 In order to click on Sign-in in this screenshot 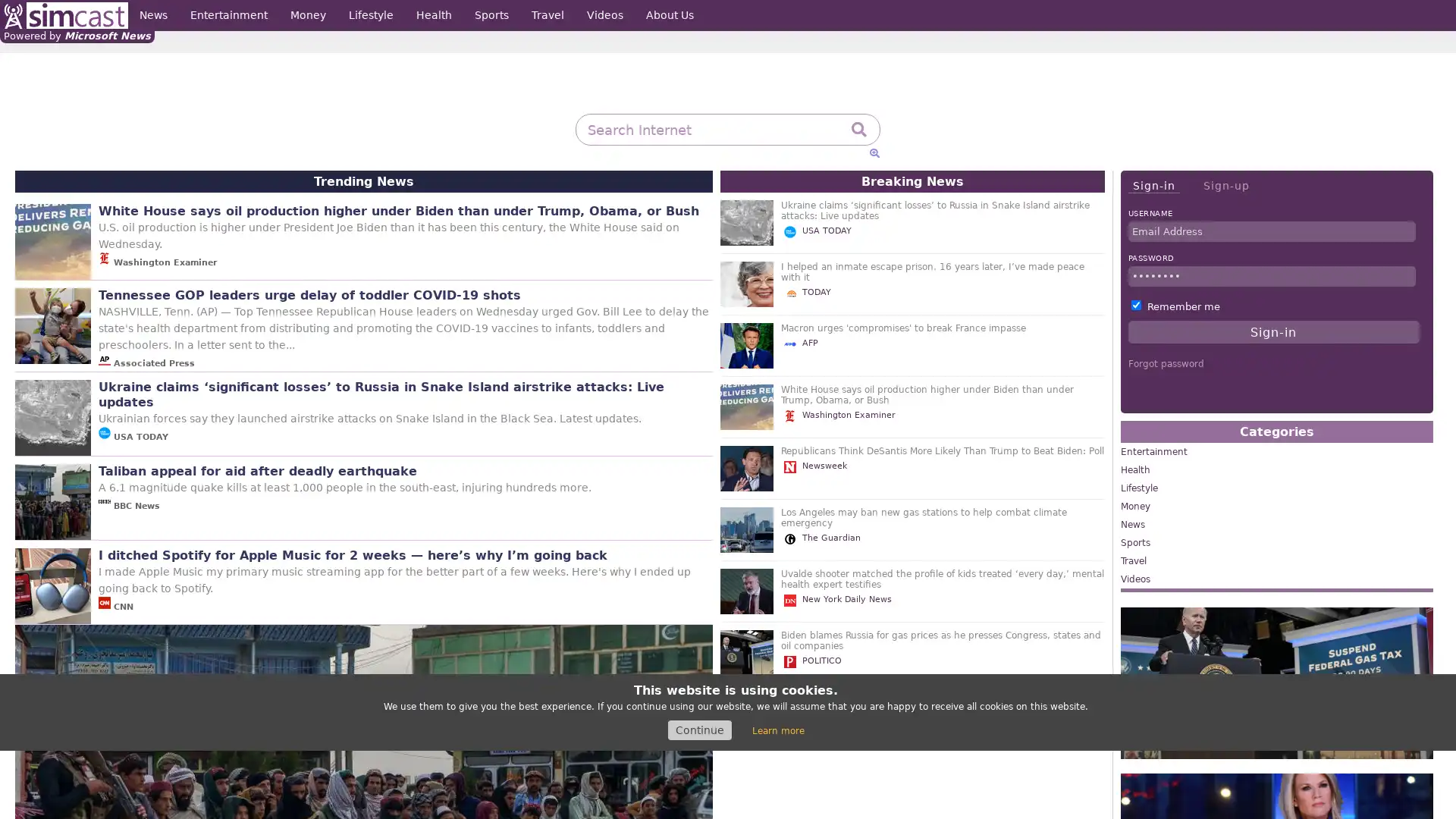, I will do `click(1153, 185)`.